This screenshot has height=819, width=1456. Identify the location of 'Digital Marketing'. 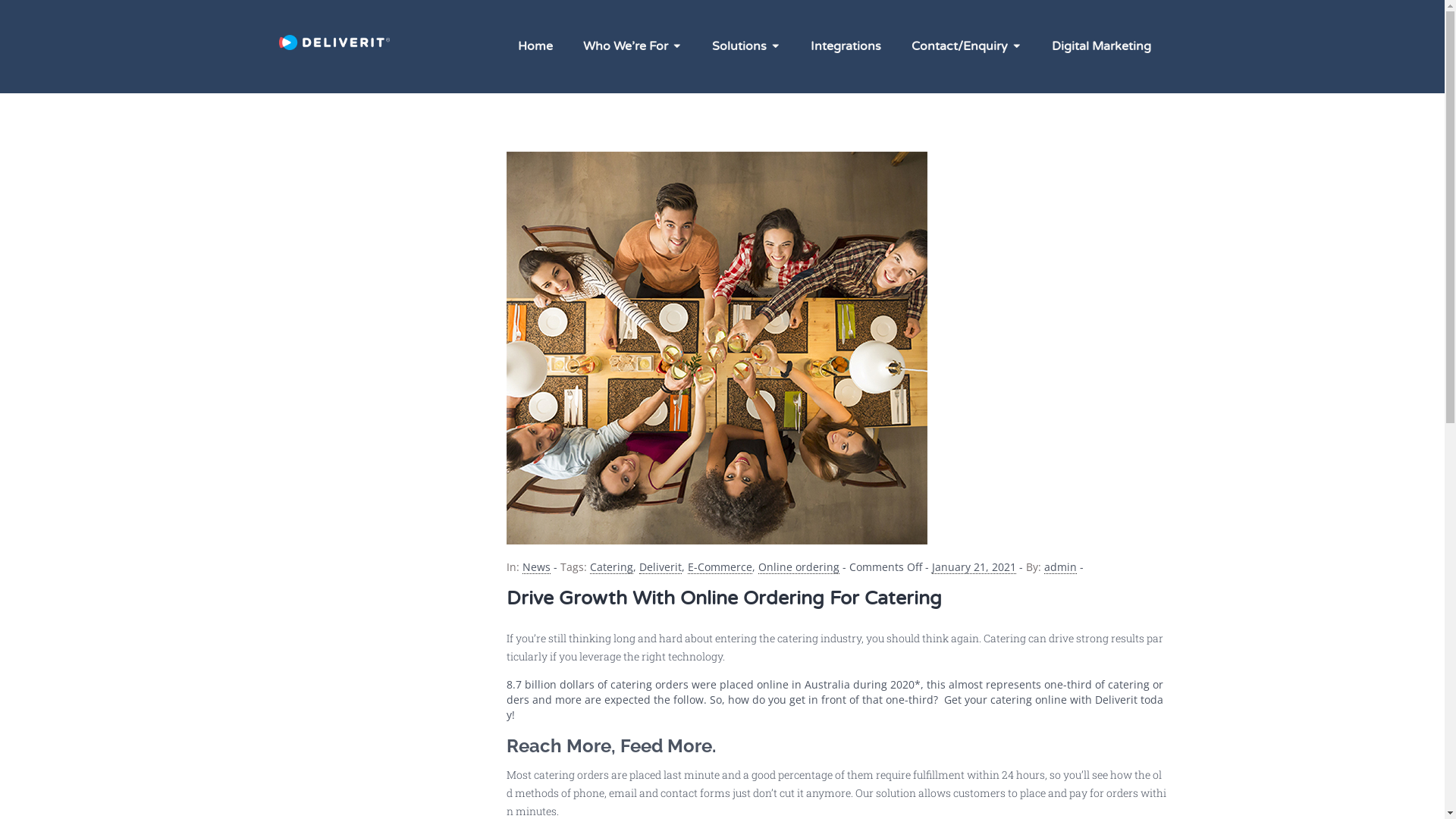
(1035, 45).